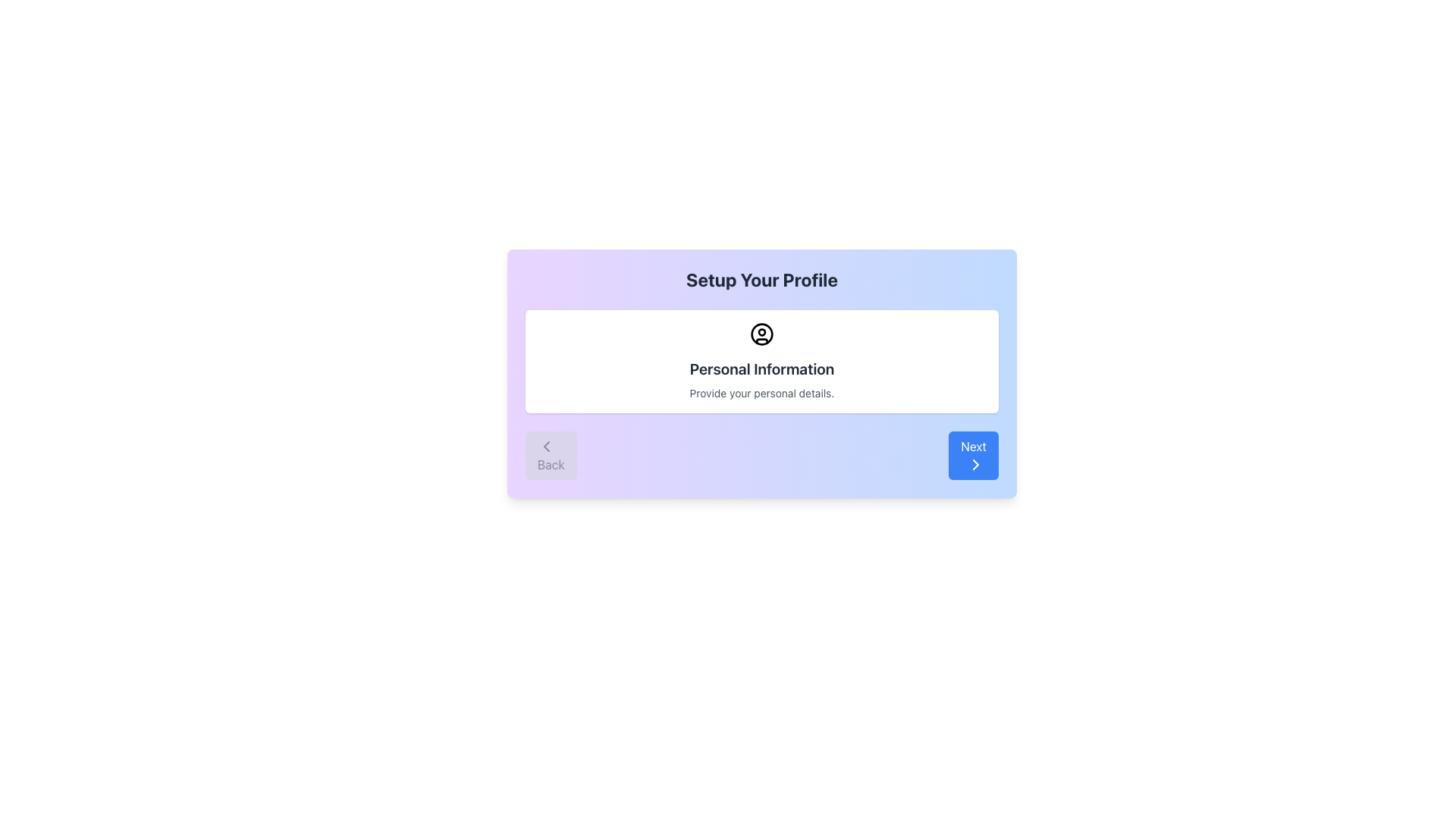  Describe the element at coordinates (761, 369) in the screenshot. I see `the 'Personal Information' text label, which serves as a heading indicating the section for personal details, located in the middle section of the card` at that location.